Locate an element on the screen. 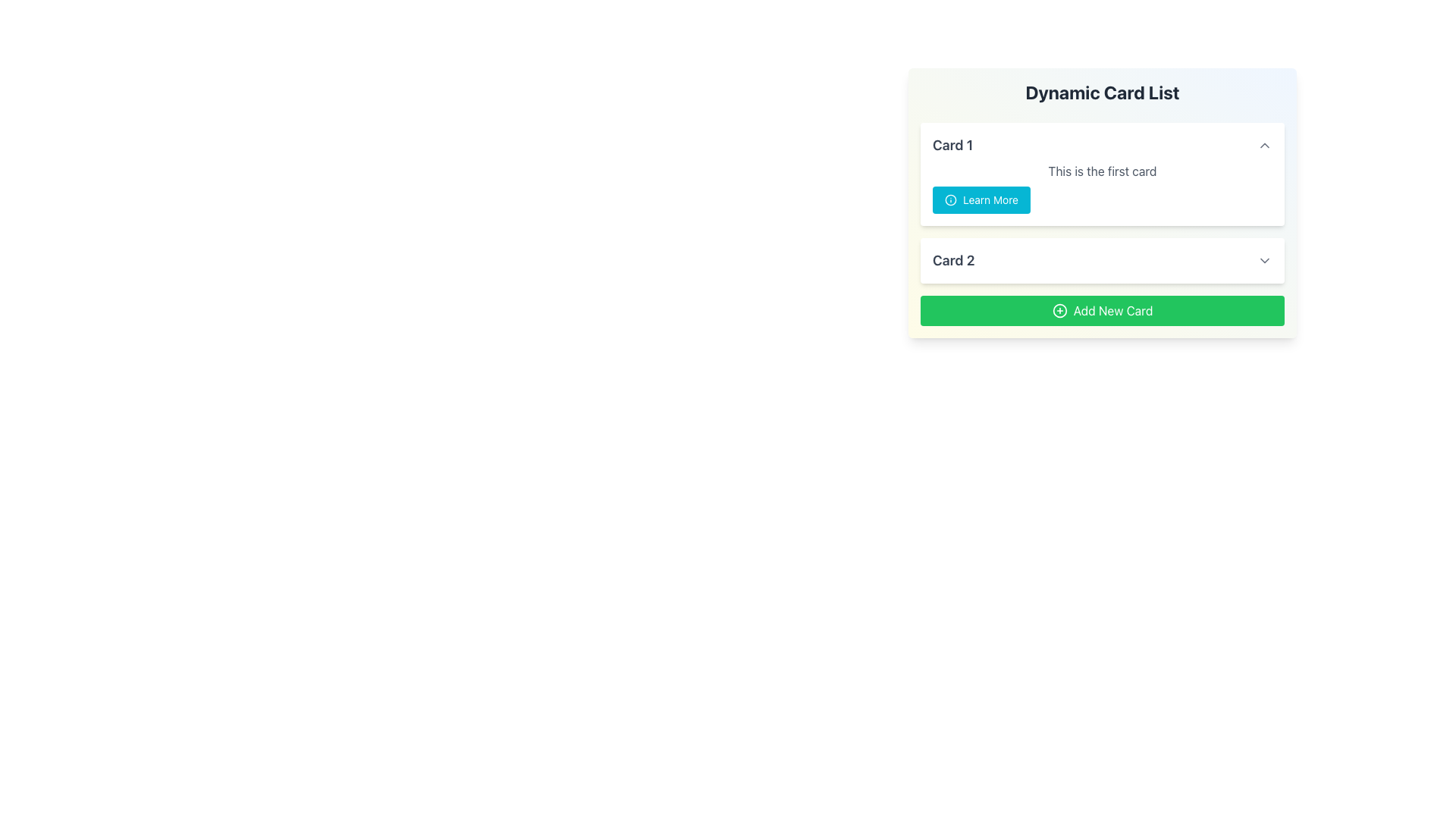 Image resolution: width=1456 pixels, height=819 pixels. description of the first card component in the vertical card list, which includes a title, description, and a 'Learn More' button is located at coordinates (1103, 174).